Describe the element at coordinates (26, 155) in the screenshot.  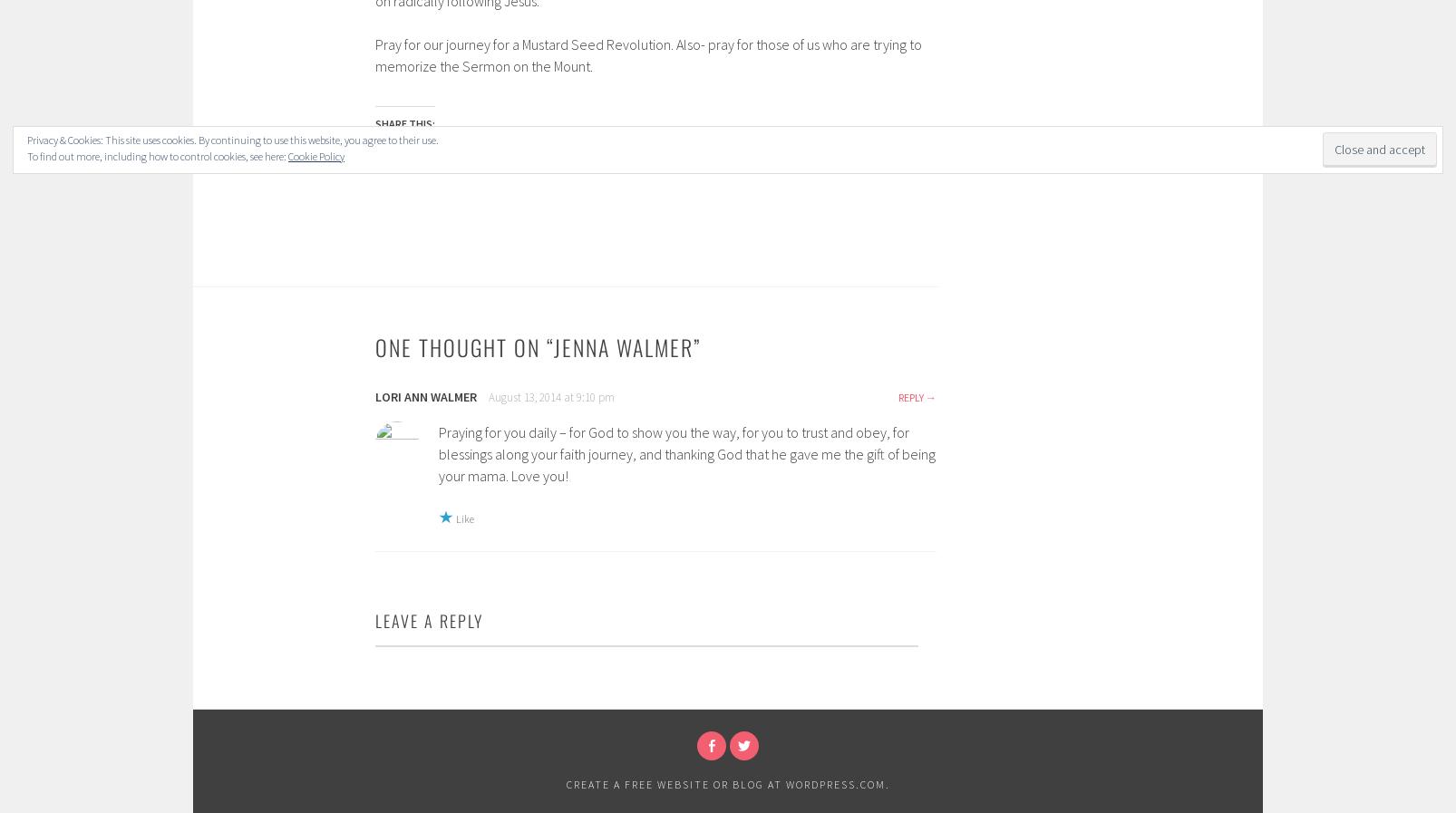
I see `'To find out more, including how to control cookies, see here:'` at that location.